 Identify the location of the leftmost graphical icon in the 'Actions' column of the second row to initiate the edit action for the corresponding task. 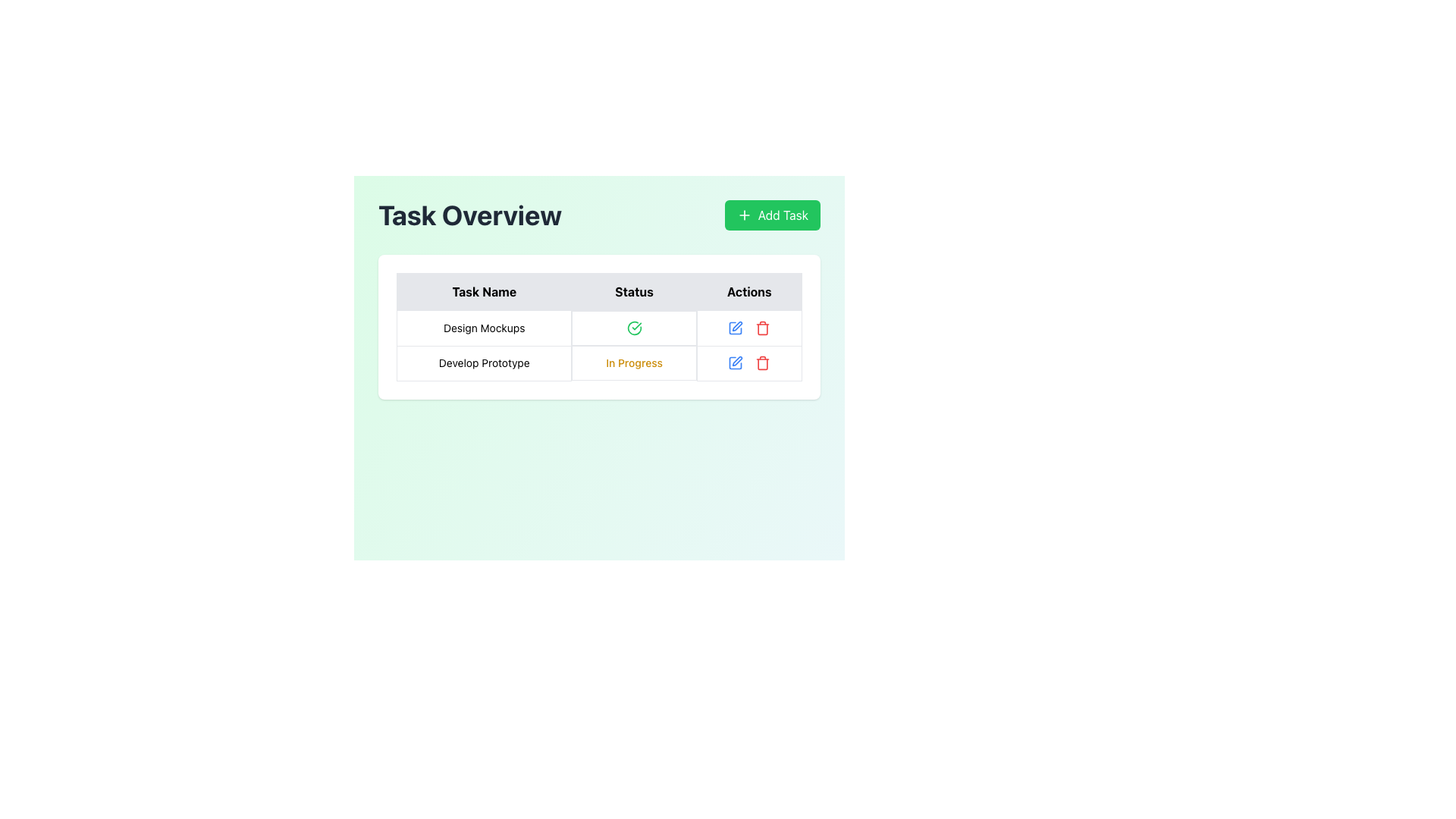
(736, 362).